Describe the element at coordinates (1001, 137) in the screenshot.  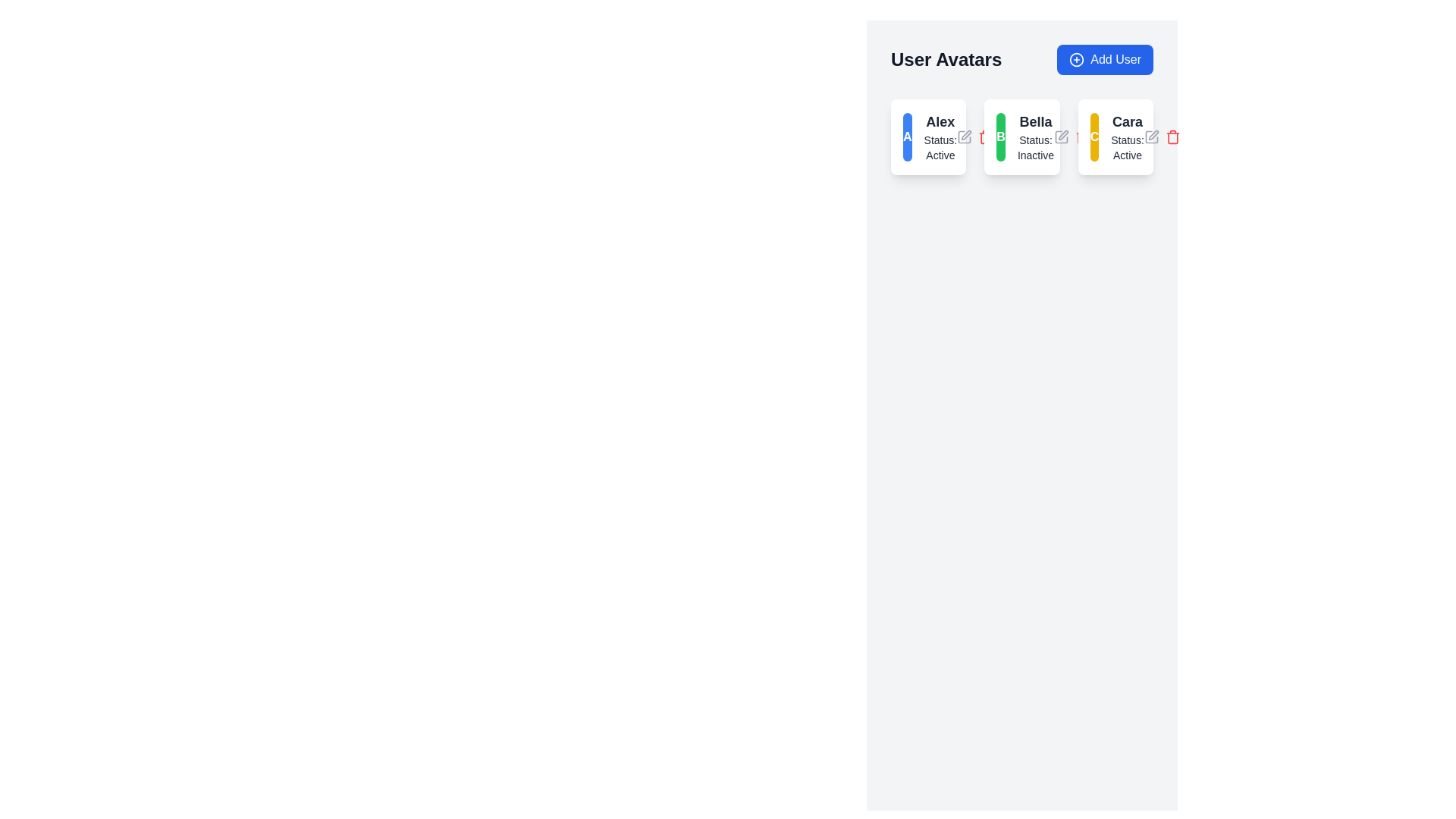
I see `the small circular badge with a green background and the white letter 'B' centered within it, which is part of the profile card labeled 'Bella'` at that location.